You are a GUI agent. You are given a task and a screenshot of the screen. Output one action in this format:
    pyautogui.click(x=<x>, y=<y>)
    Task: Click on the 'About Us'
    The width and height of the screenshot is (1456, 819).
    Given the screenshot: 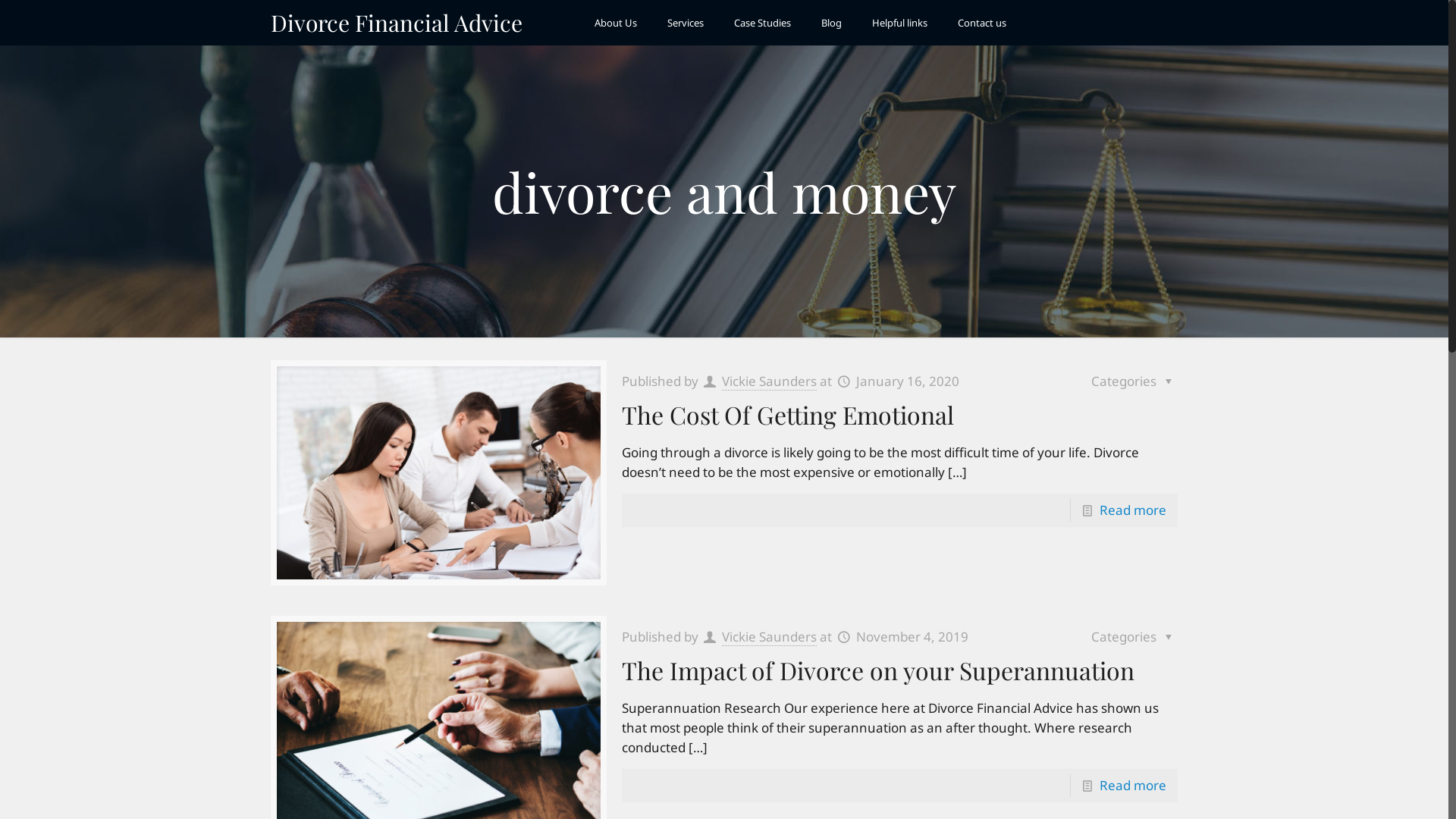 What is the action you would take?
    pyautogui.click(x=549, y=601)
    